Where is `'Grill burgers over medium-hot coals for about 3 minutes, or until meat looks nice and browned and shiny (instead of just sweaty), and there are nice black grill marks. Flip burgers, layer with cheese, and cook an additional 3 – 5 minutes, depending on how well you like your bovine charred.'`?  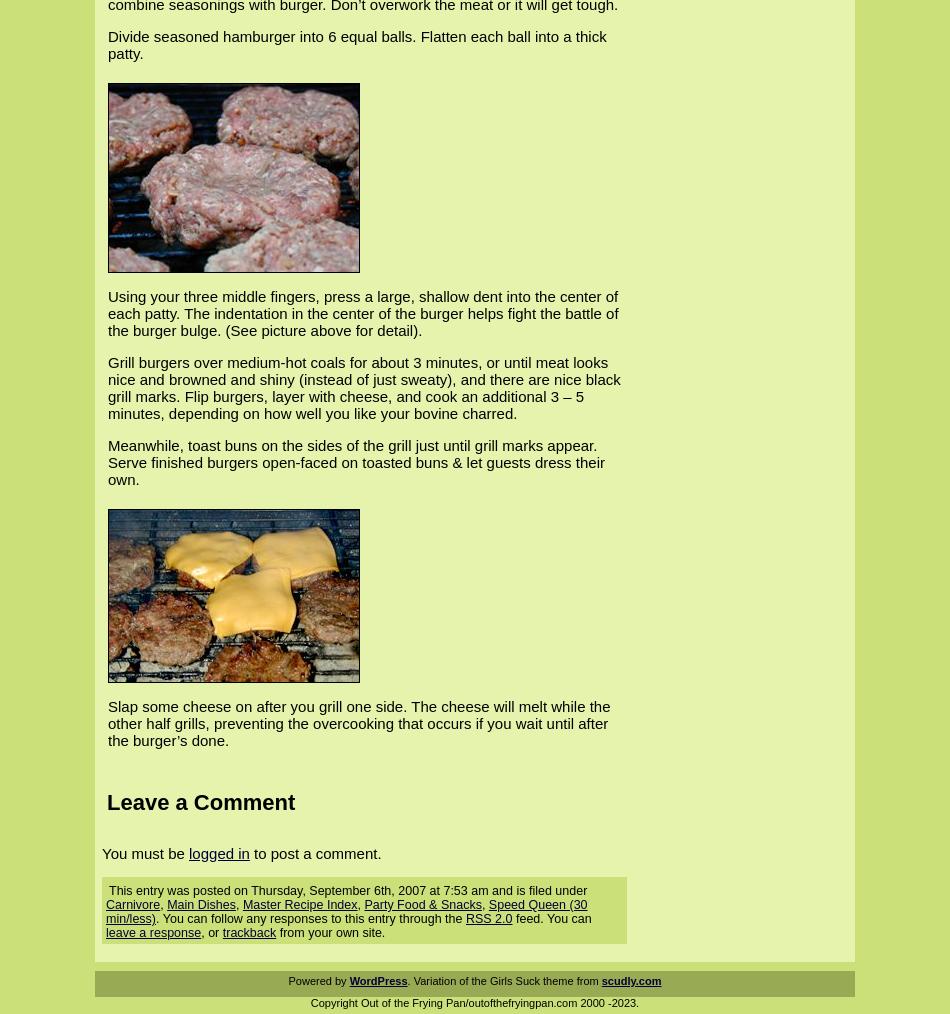 'Grill burgers over medium-hot coals for about 3 minutes, or until meat looks nice and browned and shiny (instead of just sweaty), and there are nice black grill marks. Flip burgers, layer with cheese, and cook an additional 3 – 5 minutes, depending on how well you like your bovine charred.' is located at coordinates (363, 386).